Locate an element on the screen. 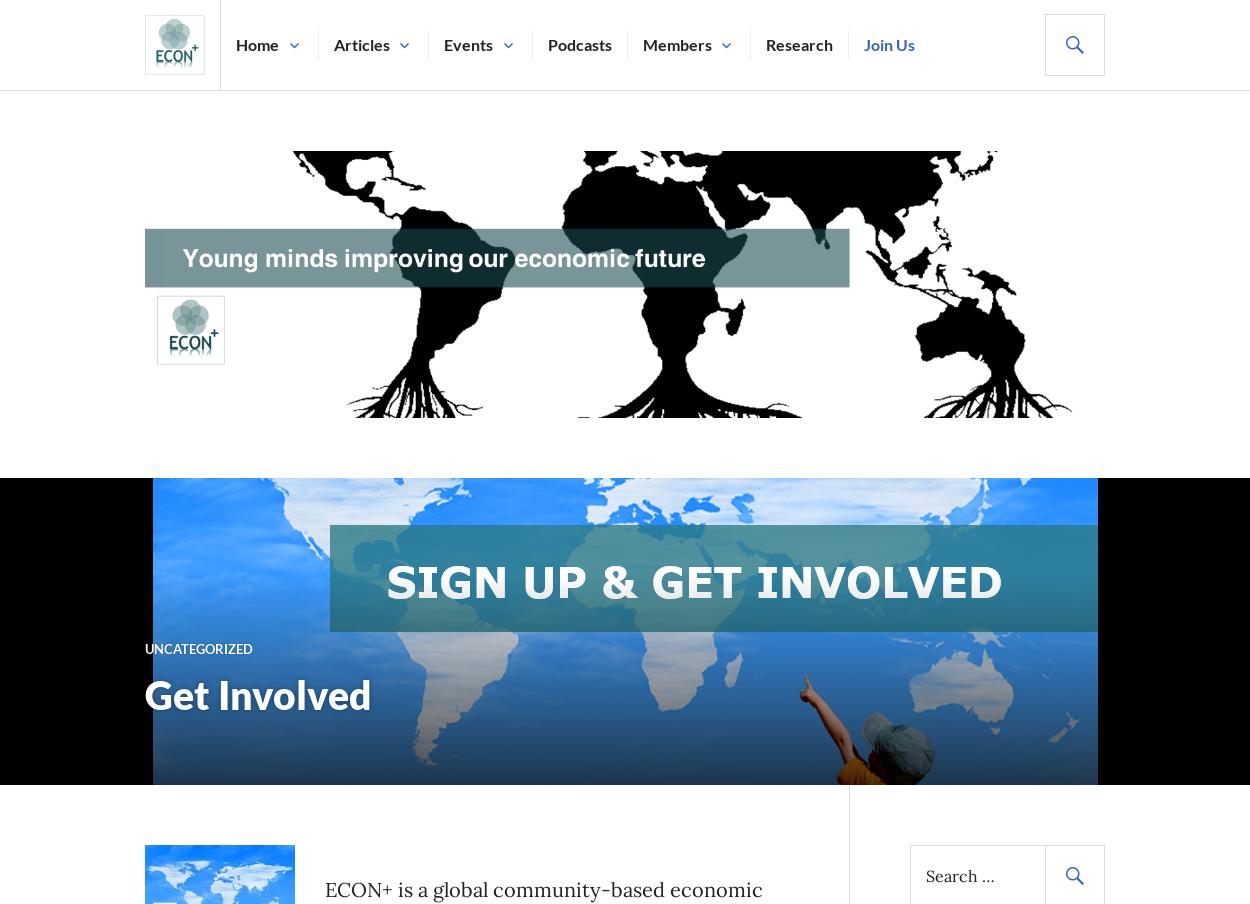 This screenshot has width=1250, height=904. 'Join Us' is located at coordinates (889, 43).